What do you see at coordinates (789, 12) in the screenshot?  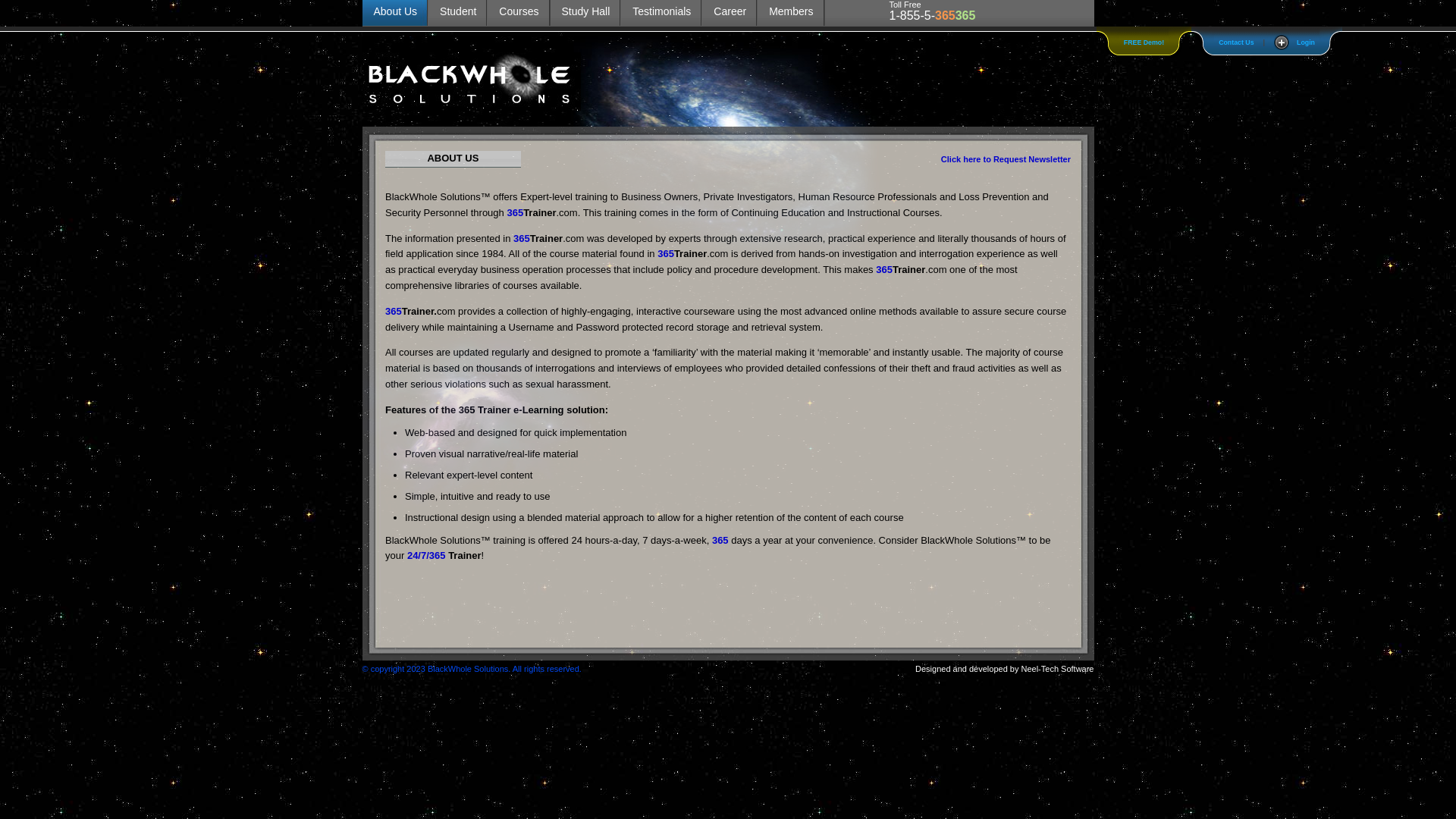 I see `'Members'` at bounding box center [789, 12].